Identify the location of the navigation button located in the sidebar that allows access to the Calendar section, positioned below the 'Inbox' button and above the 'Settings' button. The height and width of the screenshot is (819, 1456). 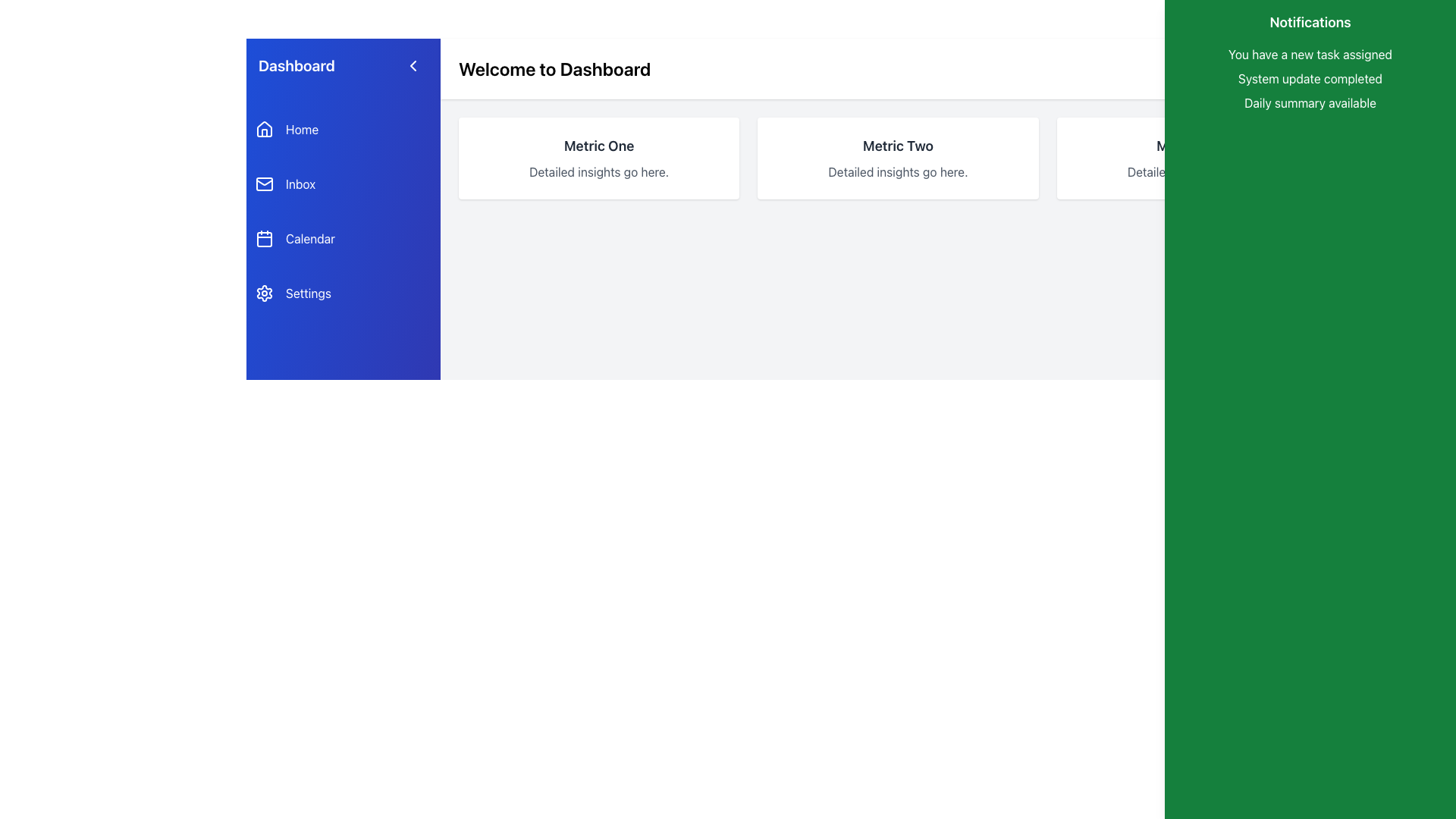
(342, 239).